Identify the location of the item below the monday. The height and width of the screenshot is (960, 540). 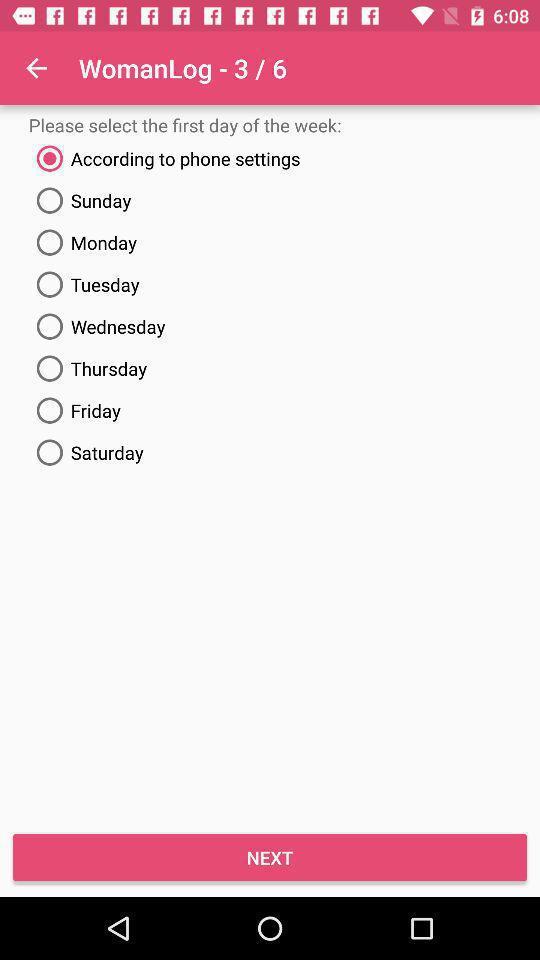
(270, 283).